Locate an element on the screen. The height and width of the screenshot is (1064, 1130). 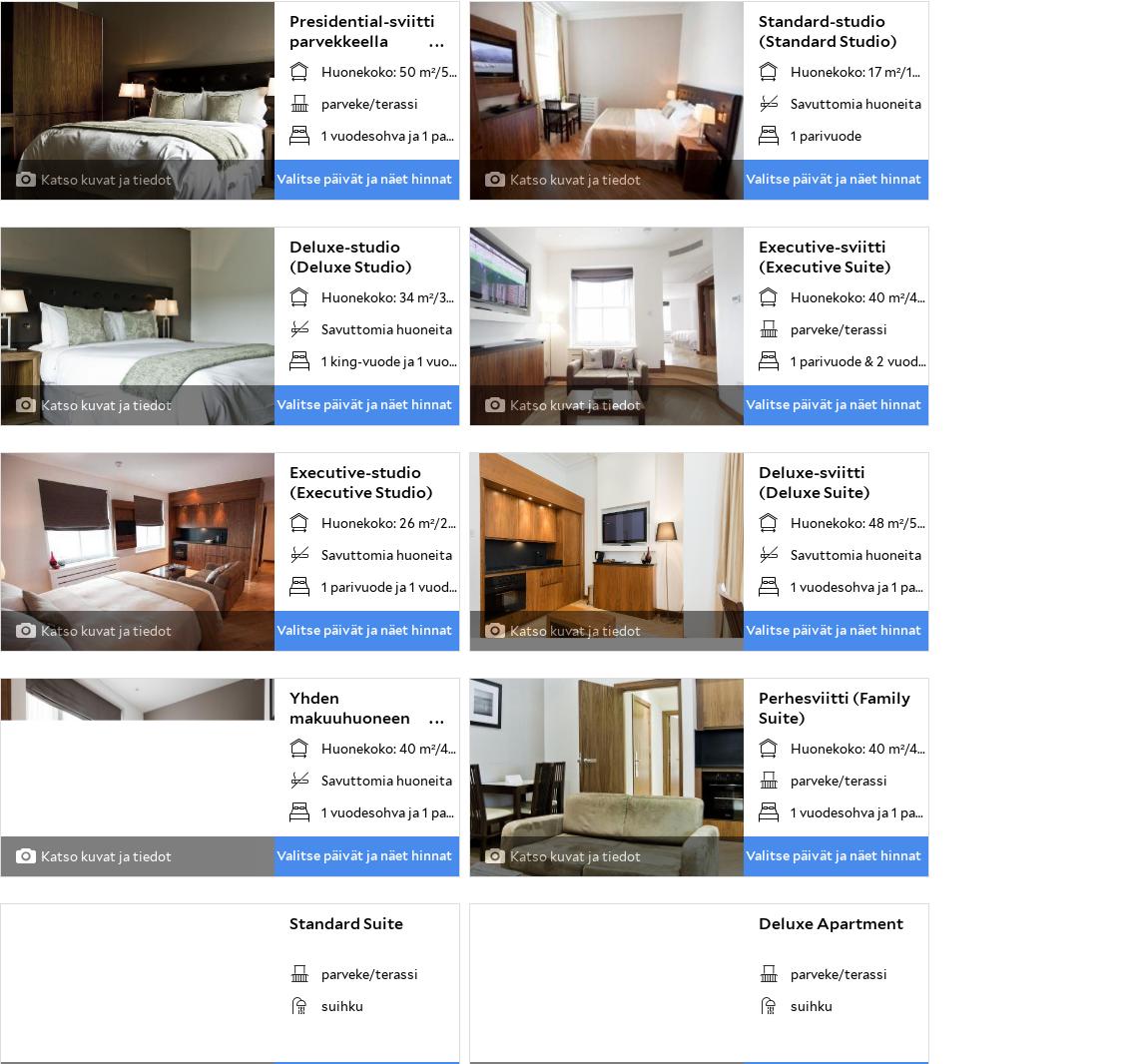
'Executive-studio (Executive Studio)' is located at coordinates (361, 482).